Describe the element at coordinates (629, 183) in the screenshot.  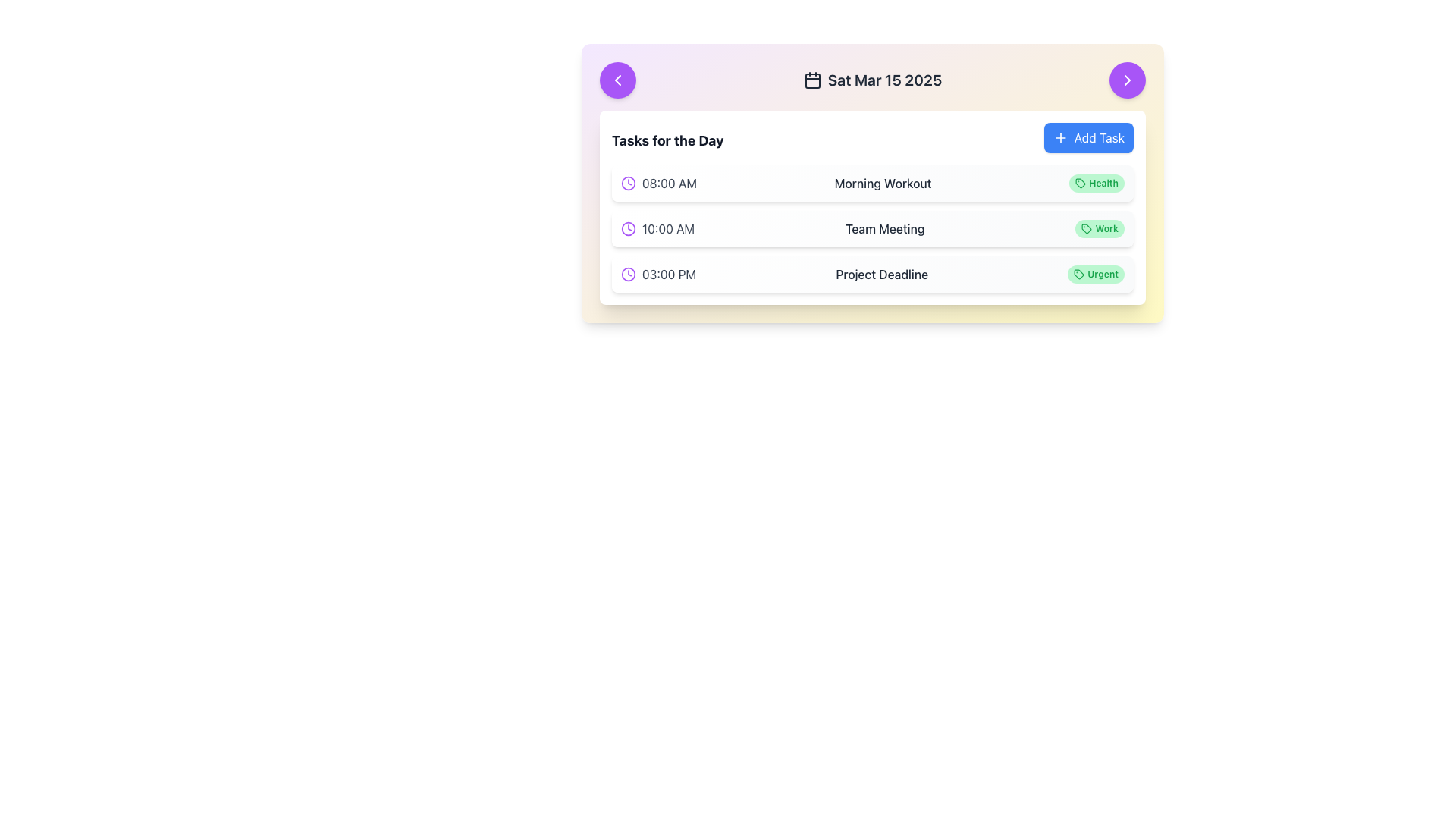
I see `the circular clock icon with a purple border located next to the text '08:00 AM' in the 'Tasks for the Day' section` at that location.